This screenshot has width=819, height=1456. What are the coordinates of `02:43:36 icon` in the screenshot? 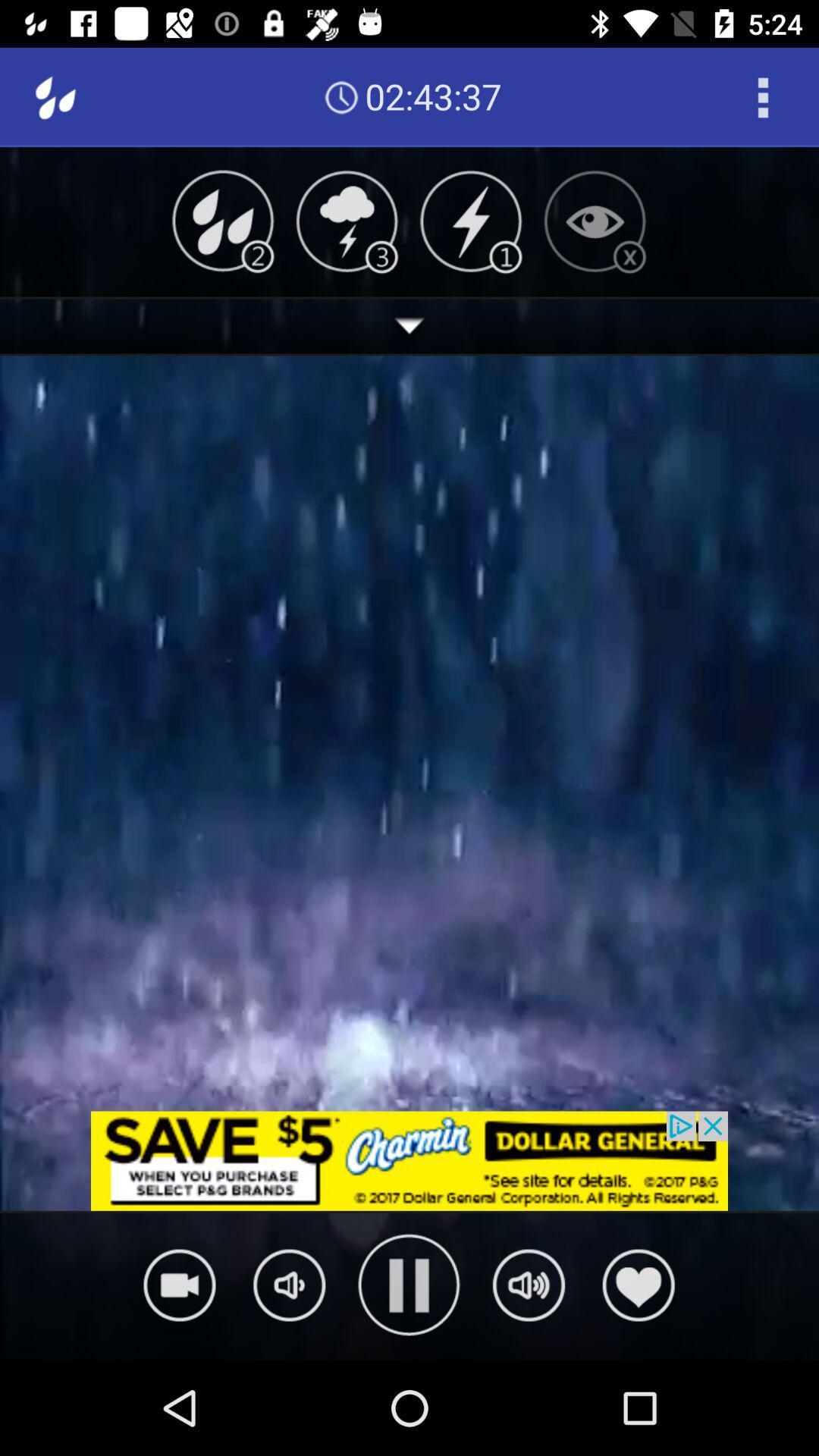 It's located at (433, 96).